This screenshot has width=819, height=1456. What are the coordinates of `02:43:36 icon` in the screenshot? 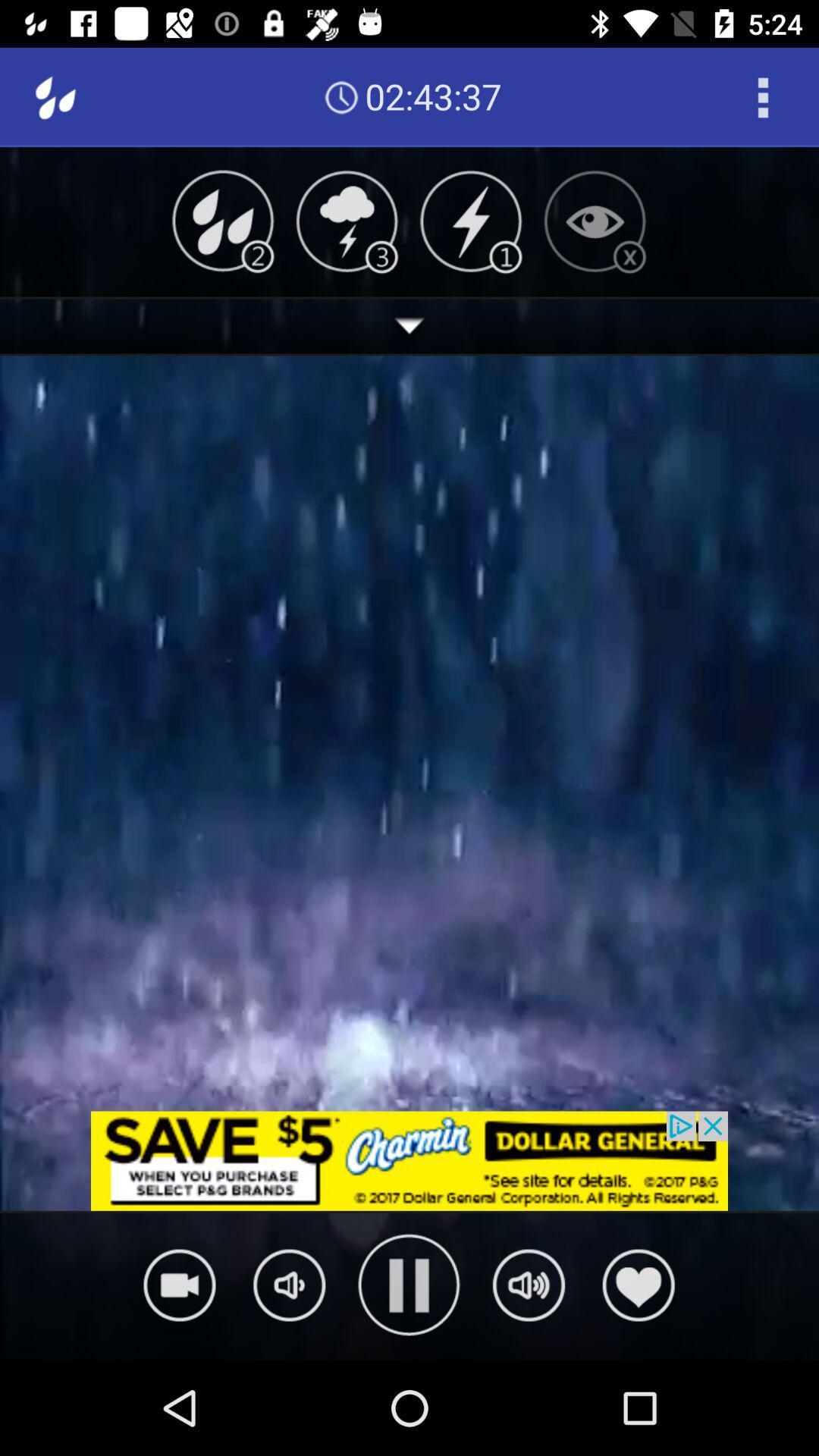 It's located at (433, 96).